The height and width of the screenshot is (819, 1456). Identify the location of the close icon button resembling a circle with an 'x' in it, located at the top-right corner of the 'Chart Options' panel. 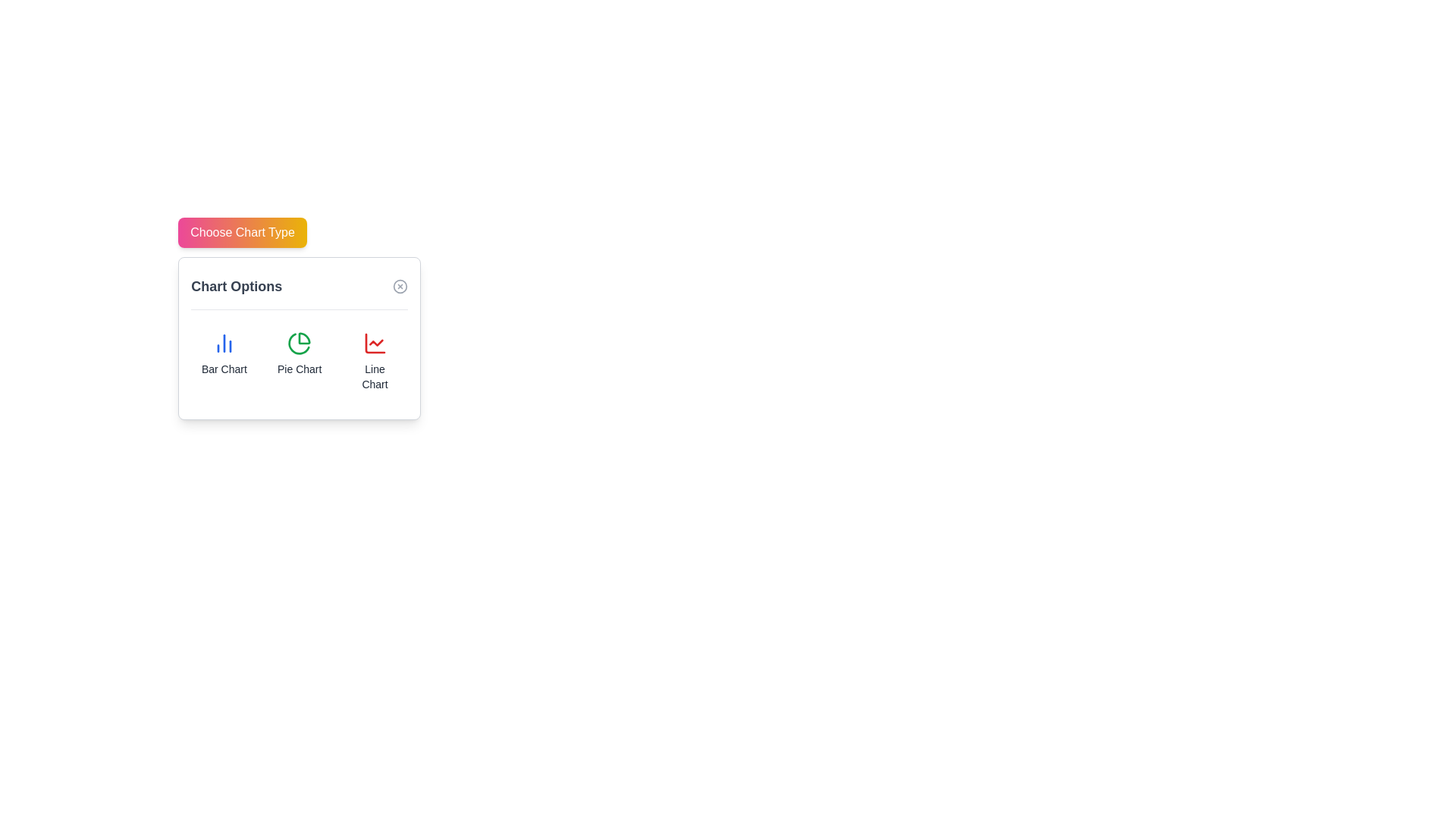
(400, 287).